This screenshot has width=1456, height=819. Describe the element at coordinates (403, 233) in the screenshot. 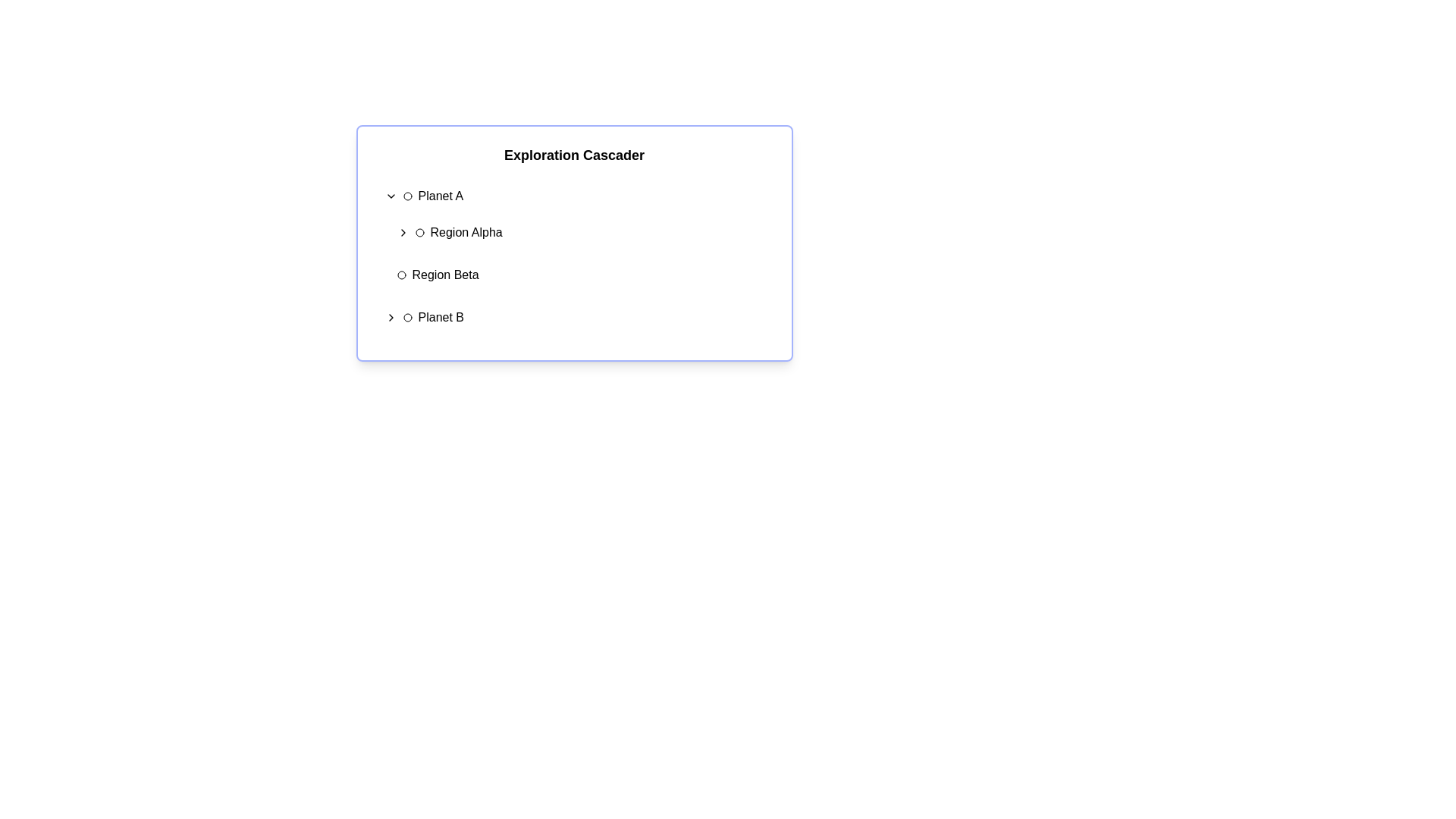

I see `the chevron icon element located to the left of the text label 'Region Alpha' in the options list` at that location.